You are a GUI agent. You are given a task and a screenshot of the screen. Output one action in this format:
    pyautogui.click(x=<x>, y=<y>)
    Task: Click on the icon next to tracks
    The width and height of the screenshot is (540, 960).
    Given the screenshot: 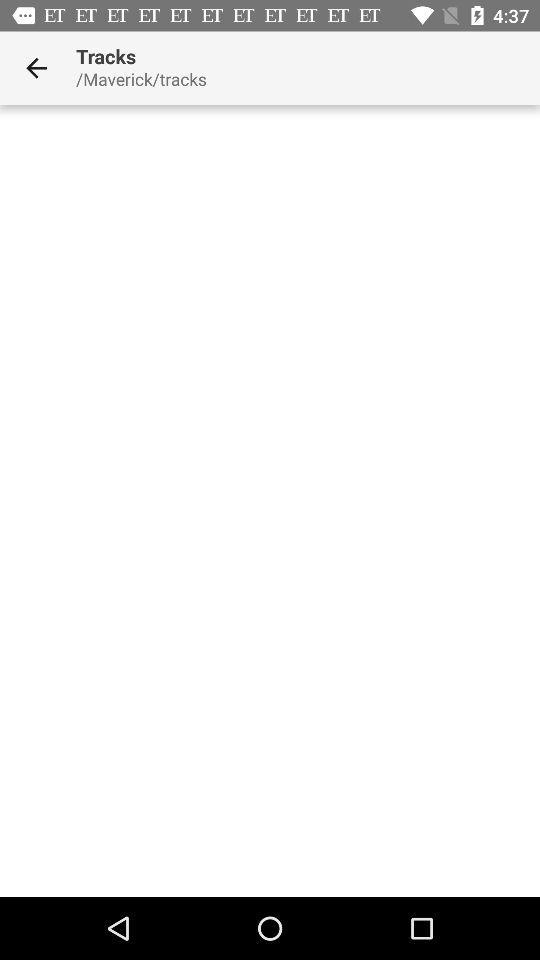 What is the action you would take?
    pyautogui.click(x=36, y=68)
    